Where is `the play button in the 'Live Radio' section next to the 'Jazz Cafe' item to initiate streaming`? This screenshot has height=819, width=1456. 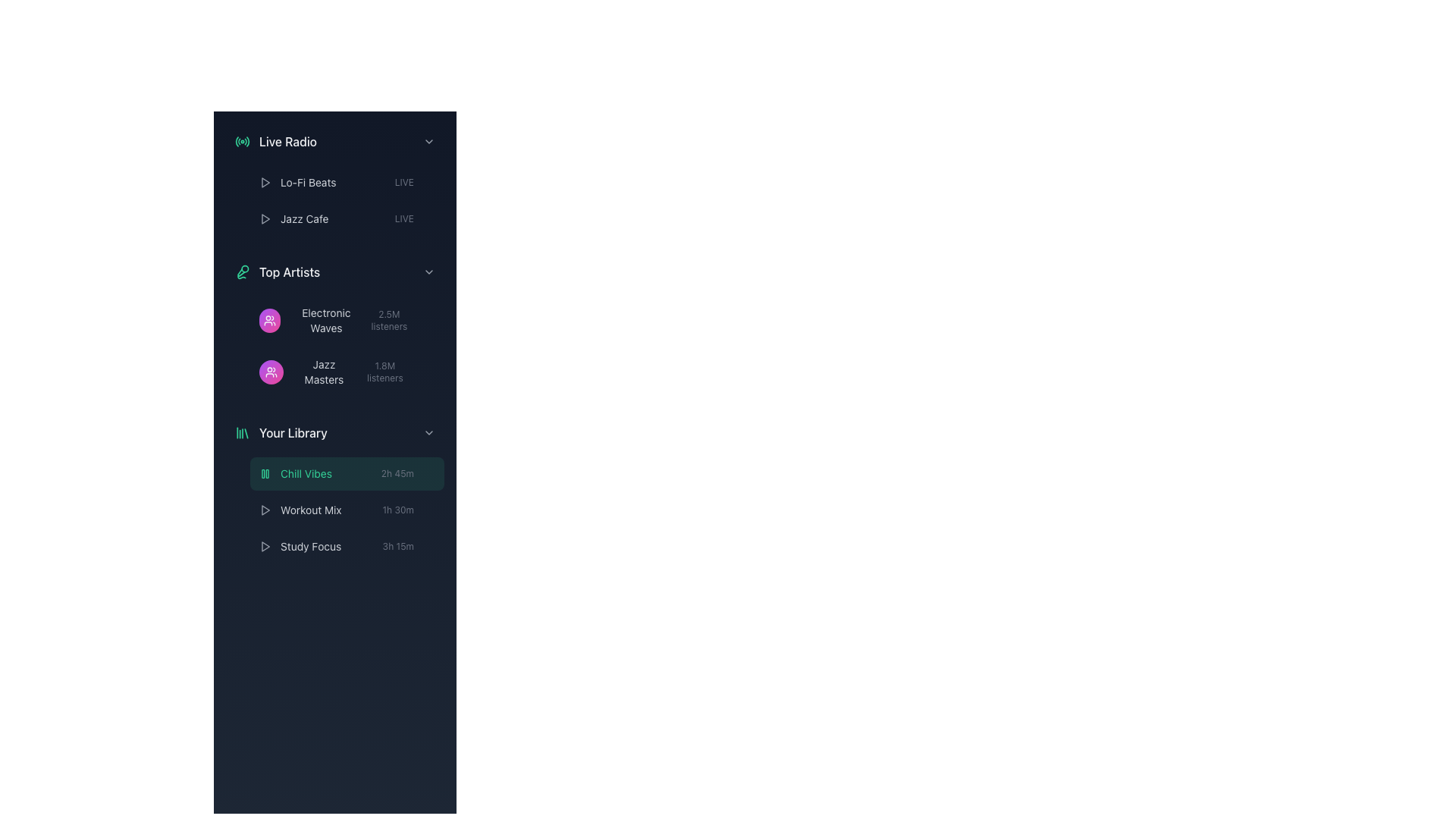
the play button in the 'Live Radio' section next to the 'Jazz Cafe' item to initiate streaming is located at coordinates (265, 181).